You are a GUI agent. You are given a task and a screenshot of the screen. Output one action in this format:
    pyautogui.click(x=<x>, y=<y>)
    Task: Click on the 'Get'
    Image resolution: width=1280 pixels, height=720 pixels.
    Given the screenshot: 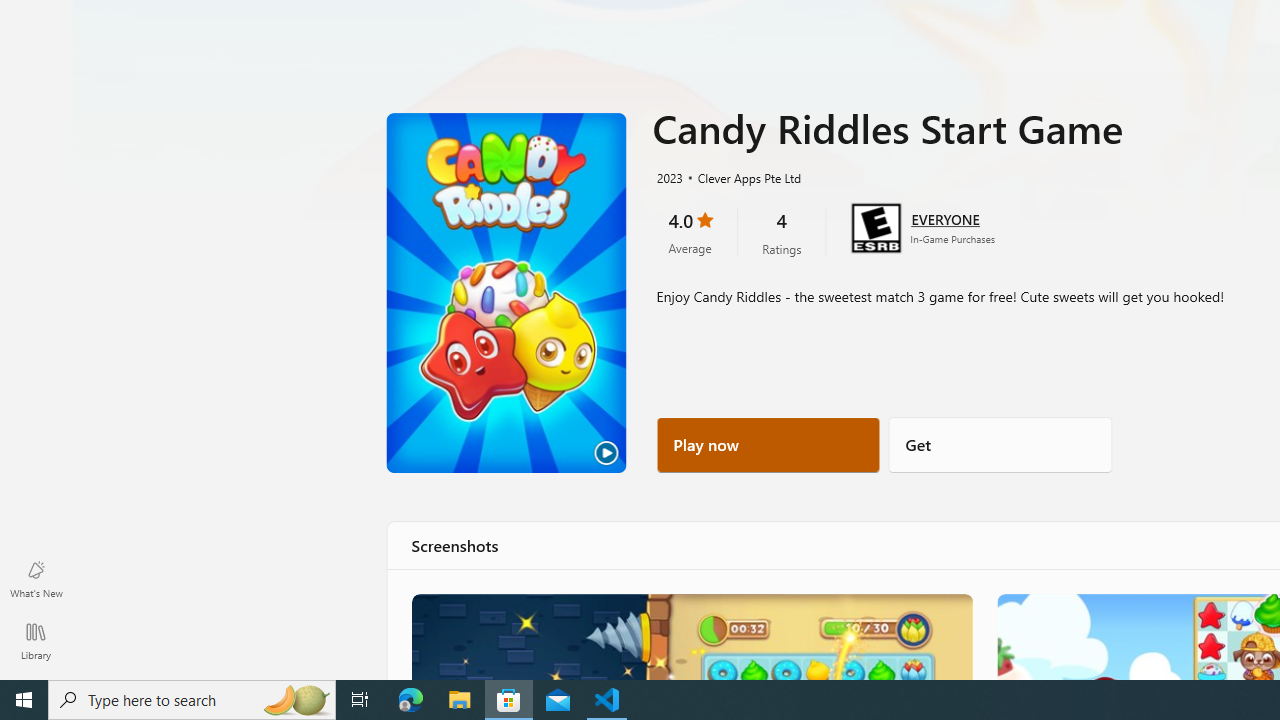 What is the action you would take?
    pyautogui.click(x=1000, y=443)
    